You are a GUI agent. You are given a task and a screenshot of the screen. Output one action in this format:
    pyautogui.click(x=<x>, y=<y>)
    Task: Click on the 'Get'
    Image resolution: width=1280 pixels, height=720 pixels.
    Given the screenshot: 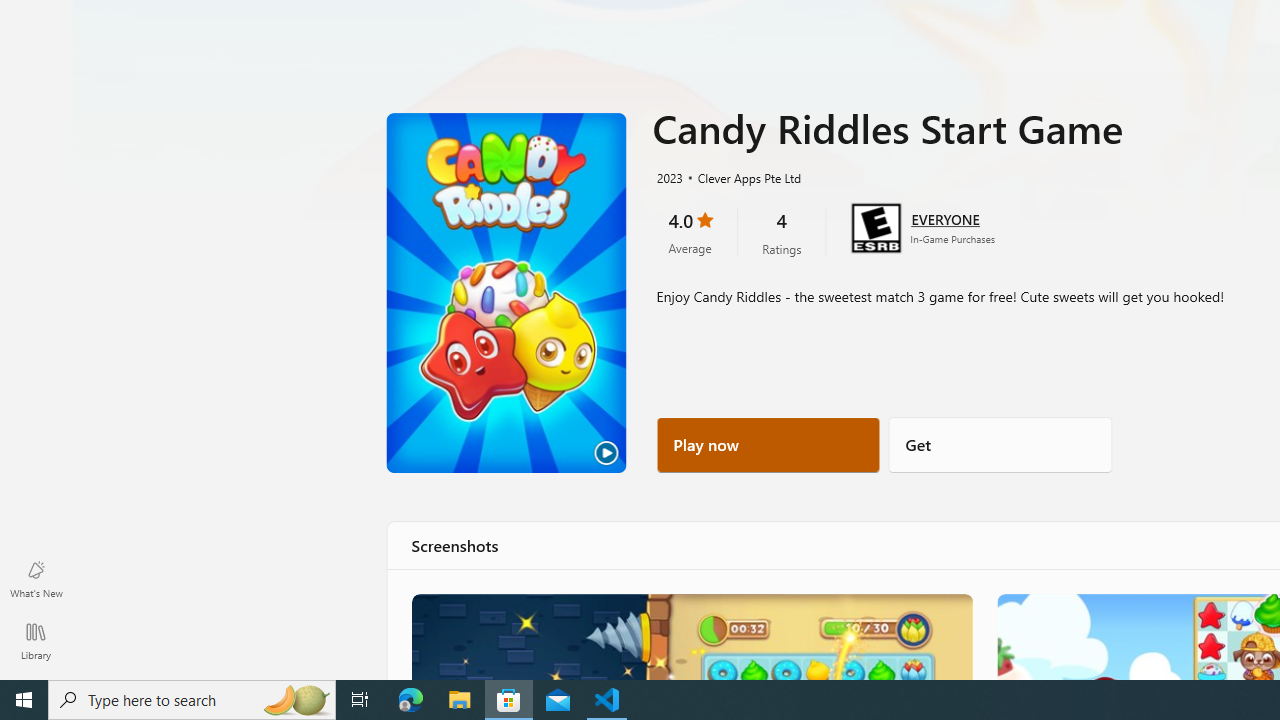 What is the action you would take?
    pyautogui.click(x=1000, y=443)
    